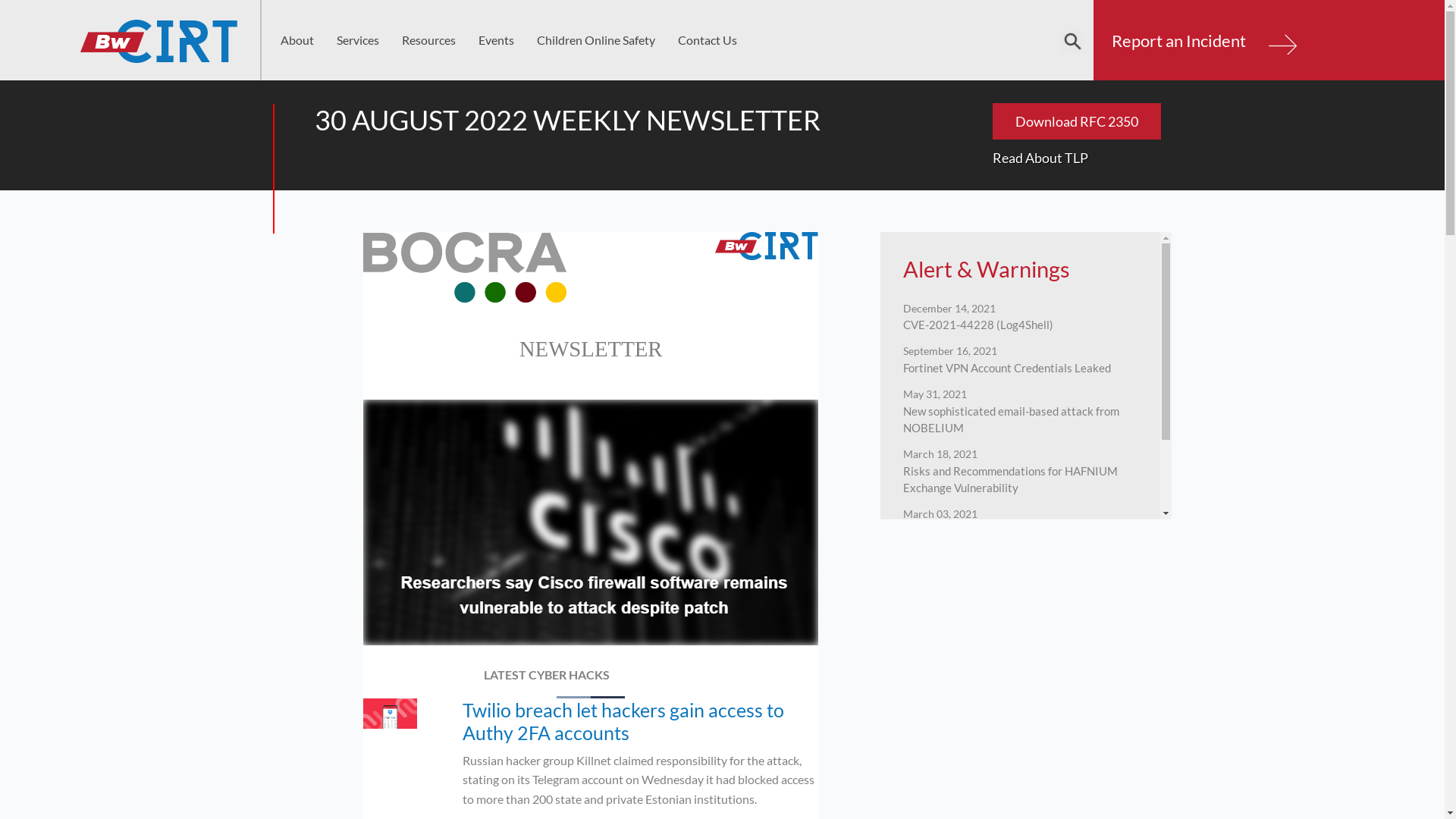 The image size is (1456, 819). I want to click on 'CVE-2021-44228 (Log4Shell)', so click(978, 321).